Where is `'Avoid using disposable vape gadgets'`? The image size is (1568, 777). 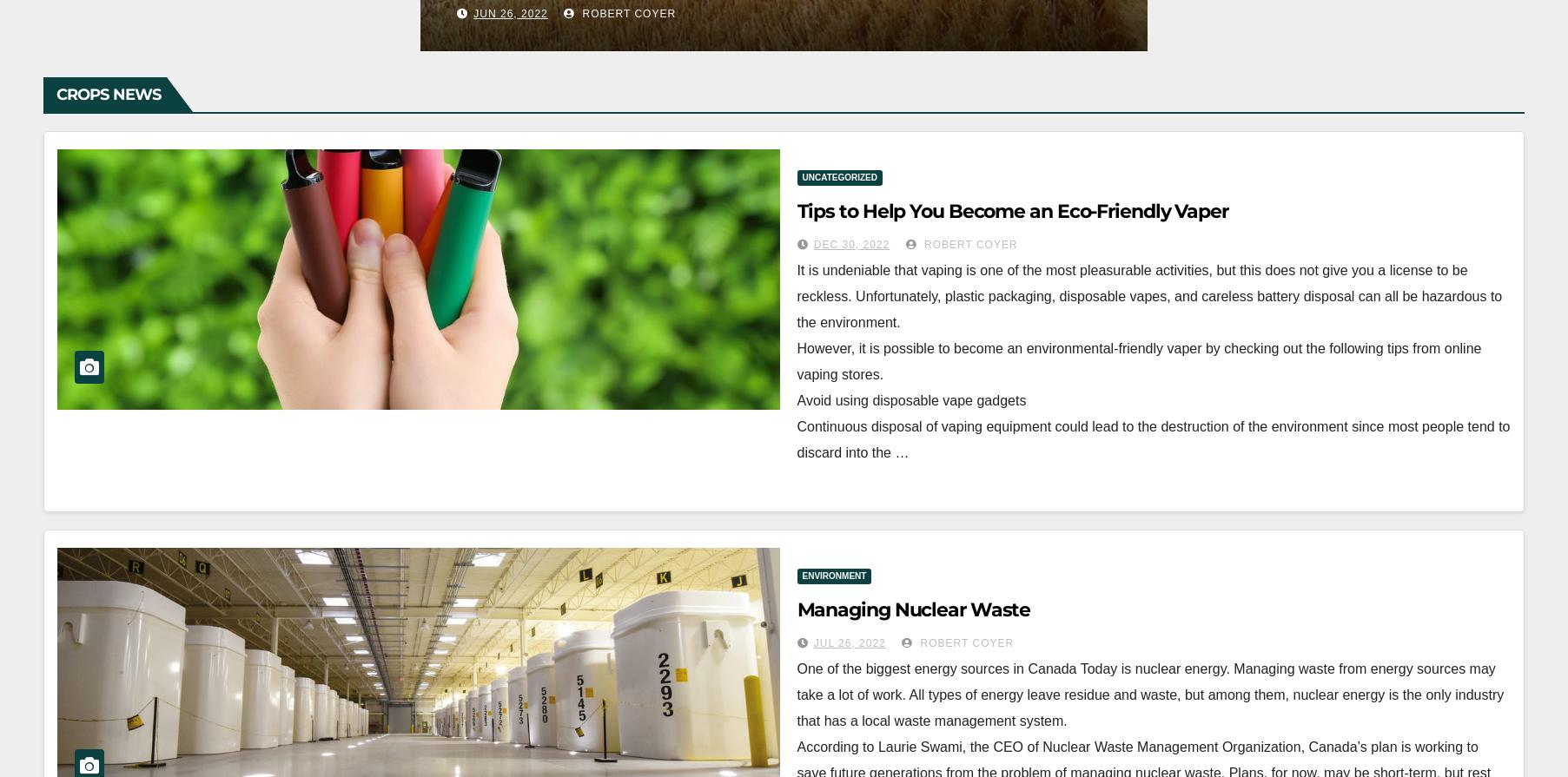 'Avoid using disposable vape gadgets' is located at coordinates (911, 398).